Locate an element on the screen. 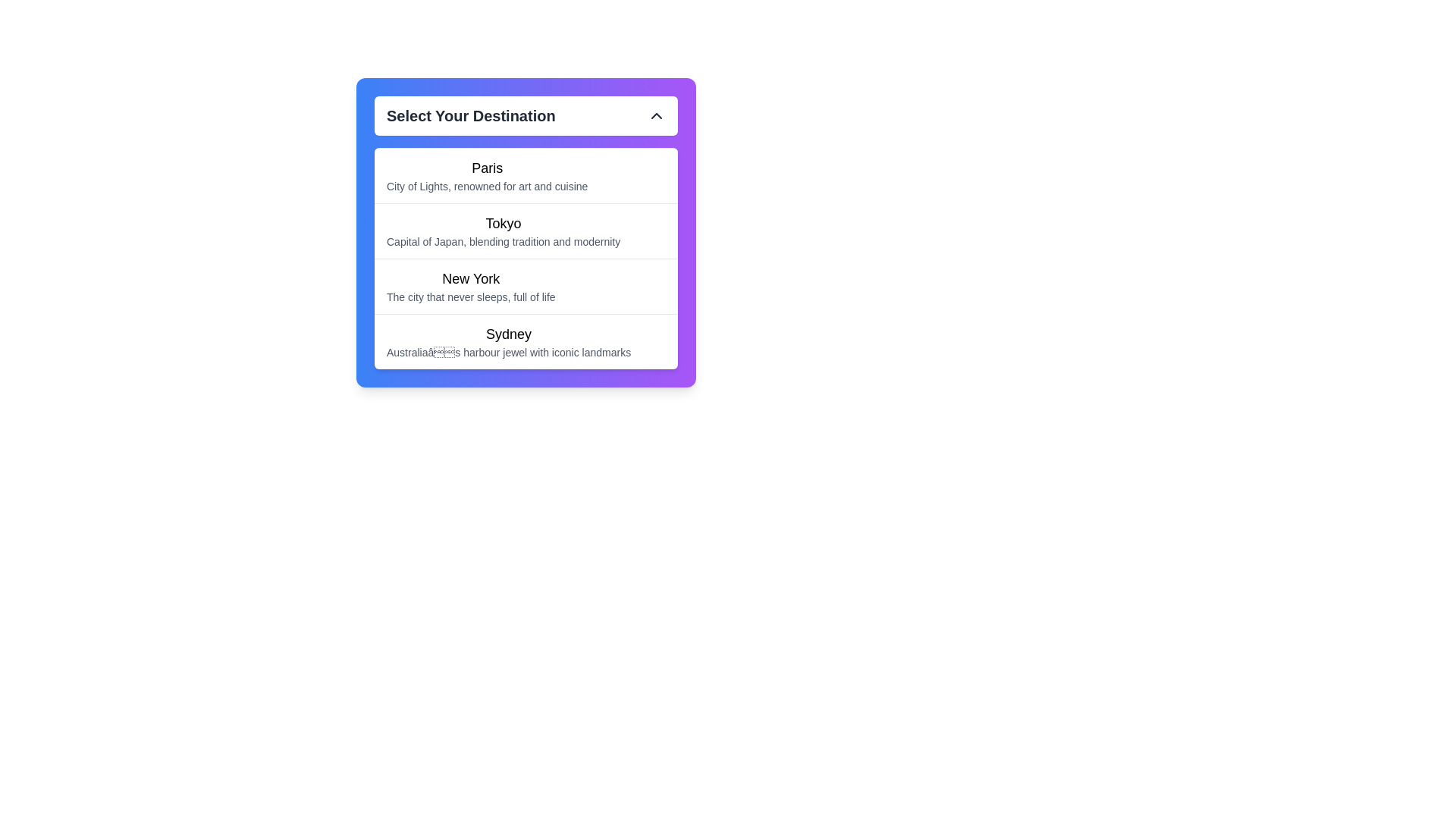 Image resolution: width=1456 pixels, height=819 pixels. the list item labeled 'Sydney' is located at coordinates (526, 341).